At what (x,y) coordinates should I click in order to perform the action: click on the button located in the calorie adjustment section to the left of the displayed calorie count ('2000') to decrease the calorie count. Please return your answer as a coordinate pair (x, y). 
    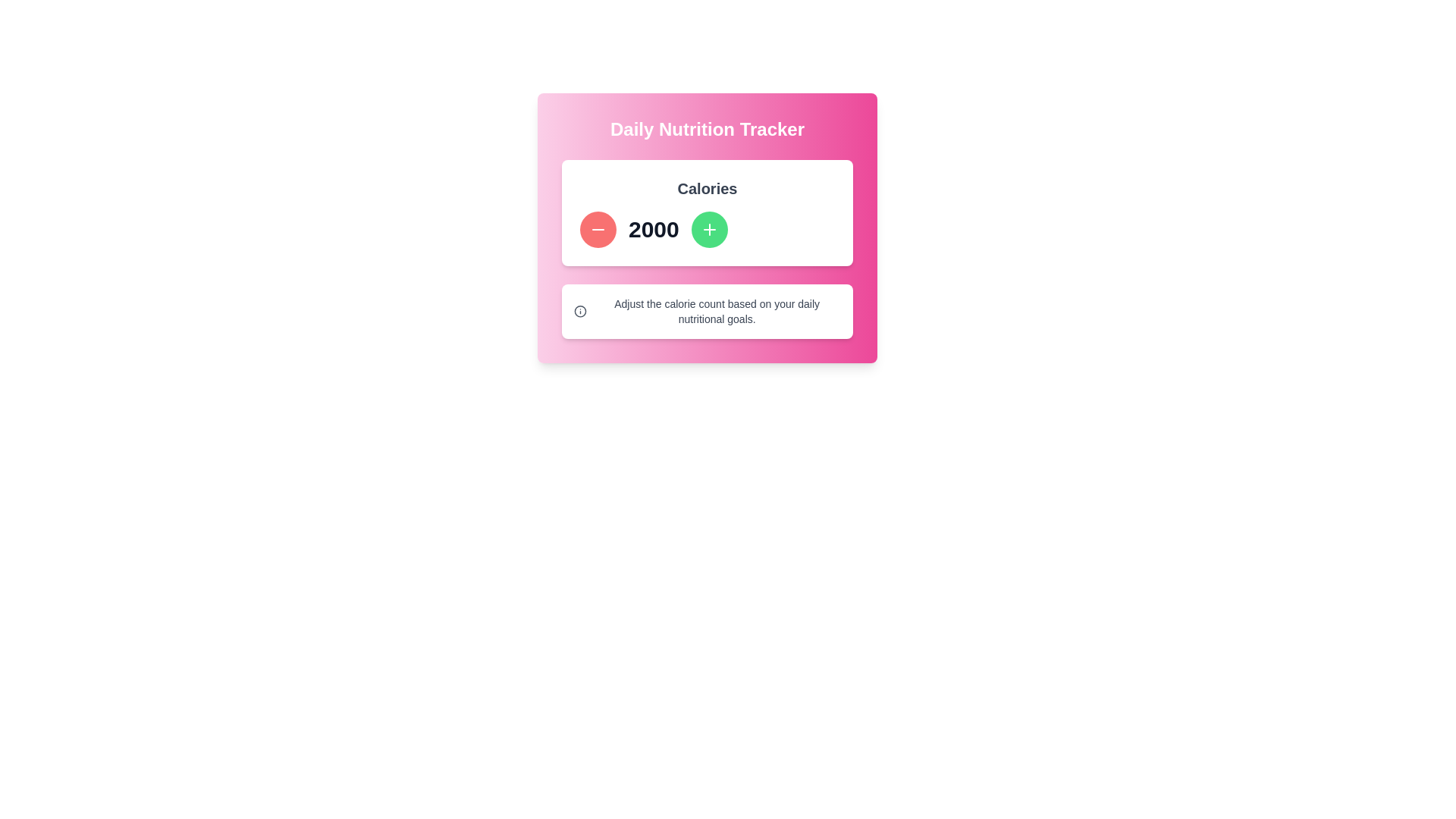
    Looking at the image, I should click on (597, 230).